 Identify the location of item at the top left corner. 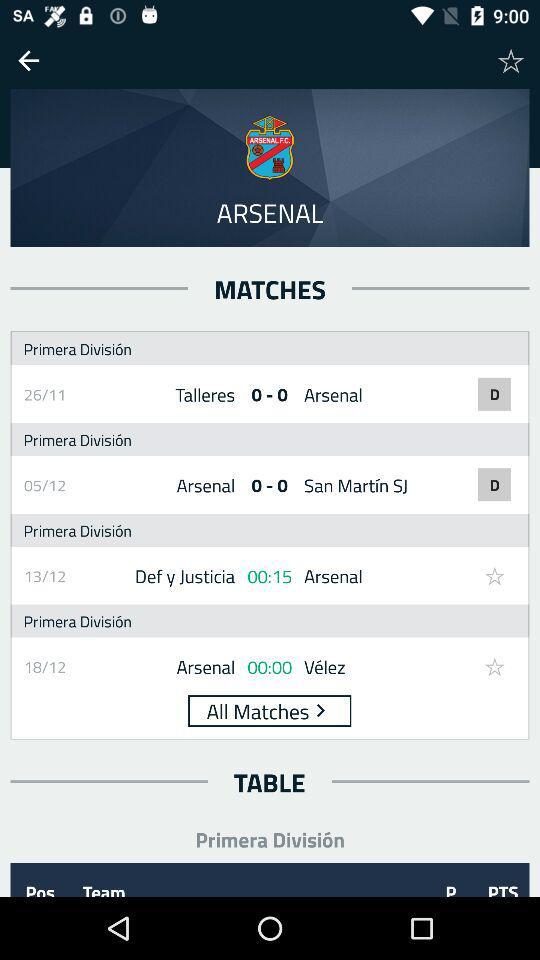
(27, 59).